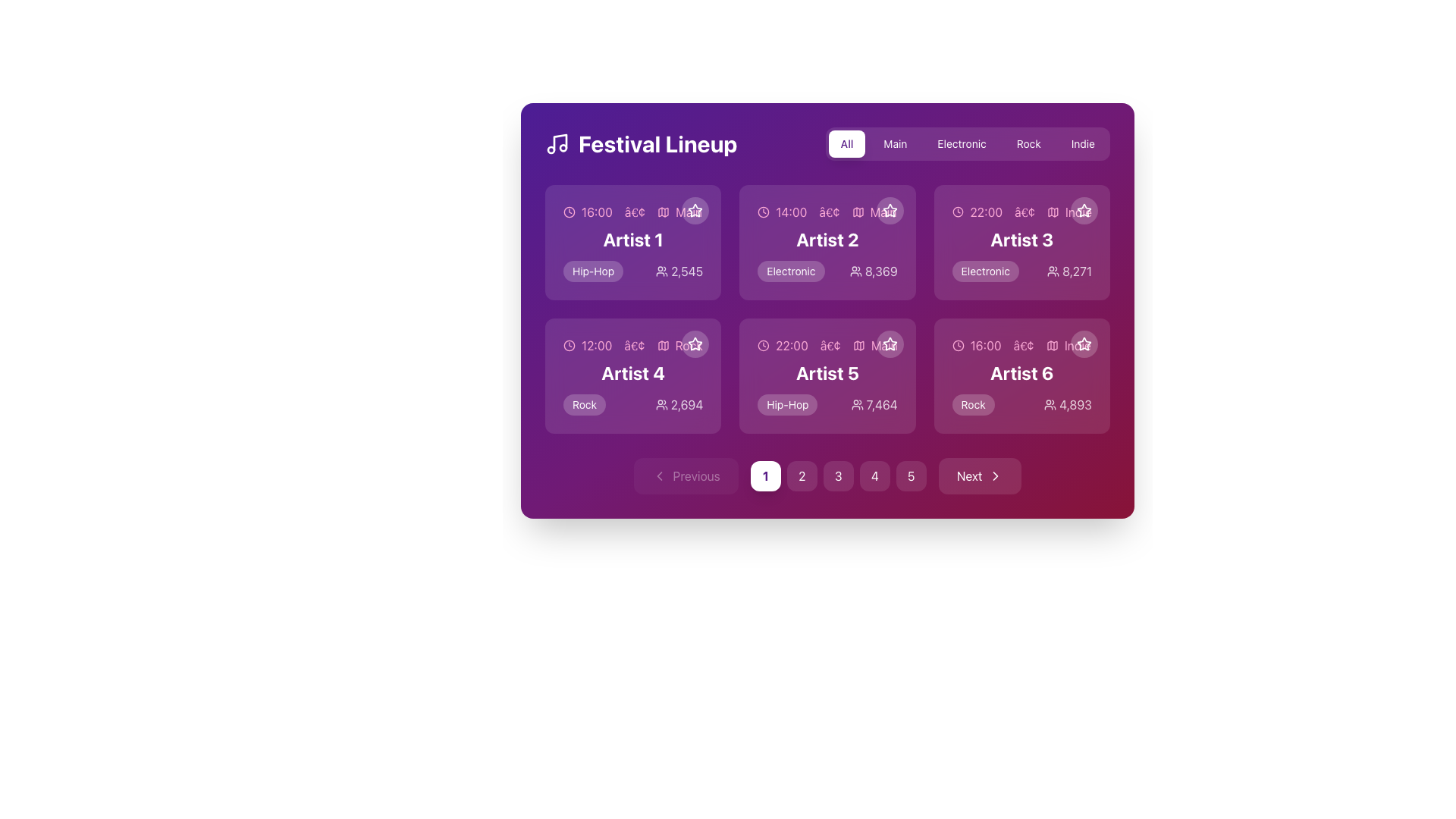  What do you see at coordinates (1021, 373) in the screenshot?
I see `the Text Label that identifies the performer in the sixth box of the grid layout within the 'Festival Lineup' section, located in the third column of the second row, beneath '16:00 • Indie' and above 'Rock' and '4,893'` at bounding box center [1021, 373].